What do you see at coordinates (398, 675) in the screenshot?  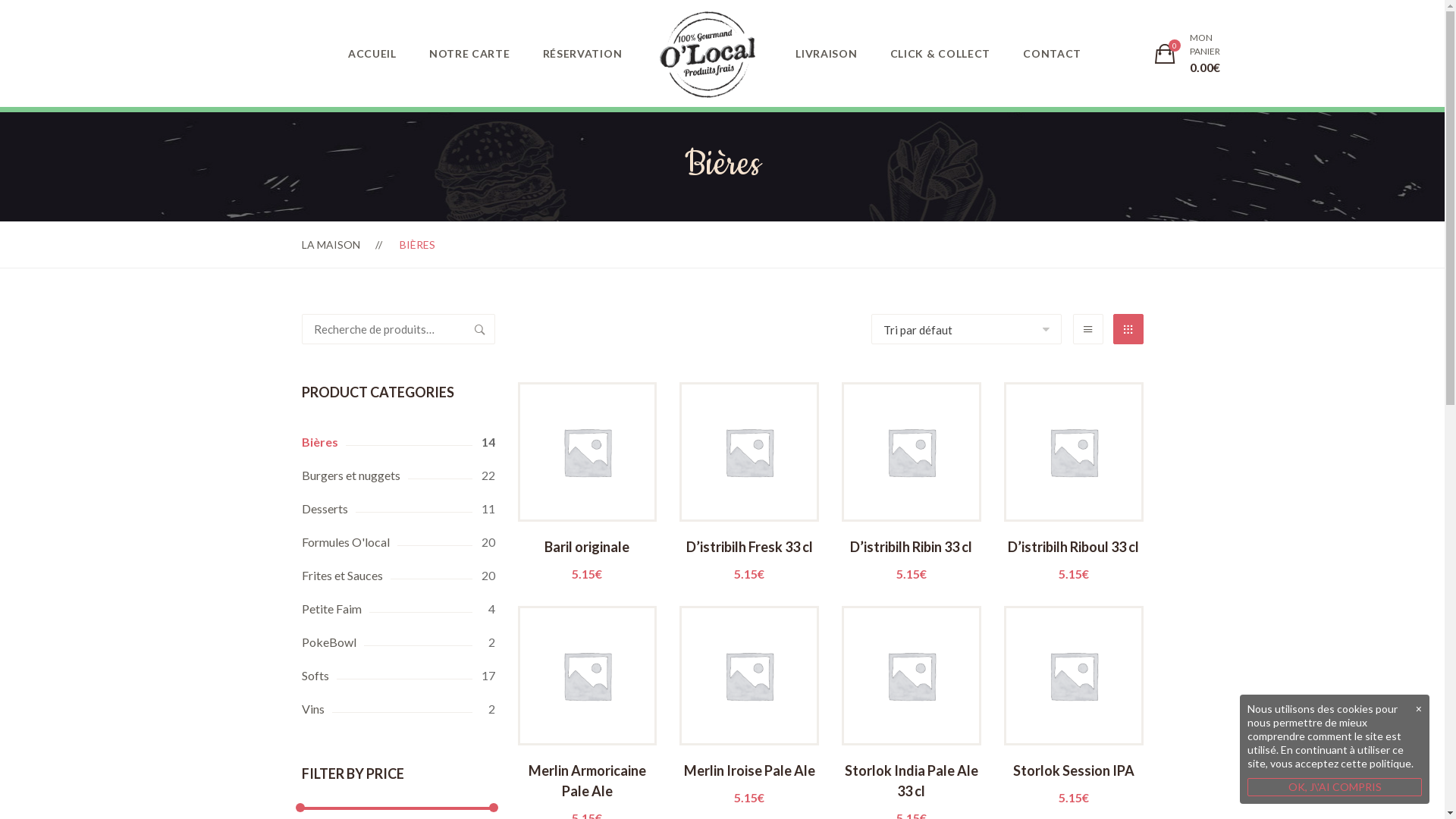 I see `'Softs'` at bounding box center [398, 675].